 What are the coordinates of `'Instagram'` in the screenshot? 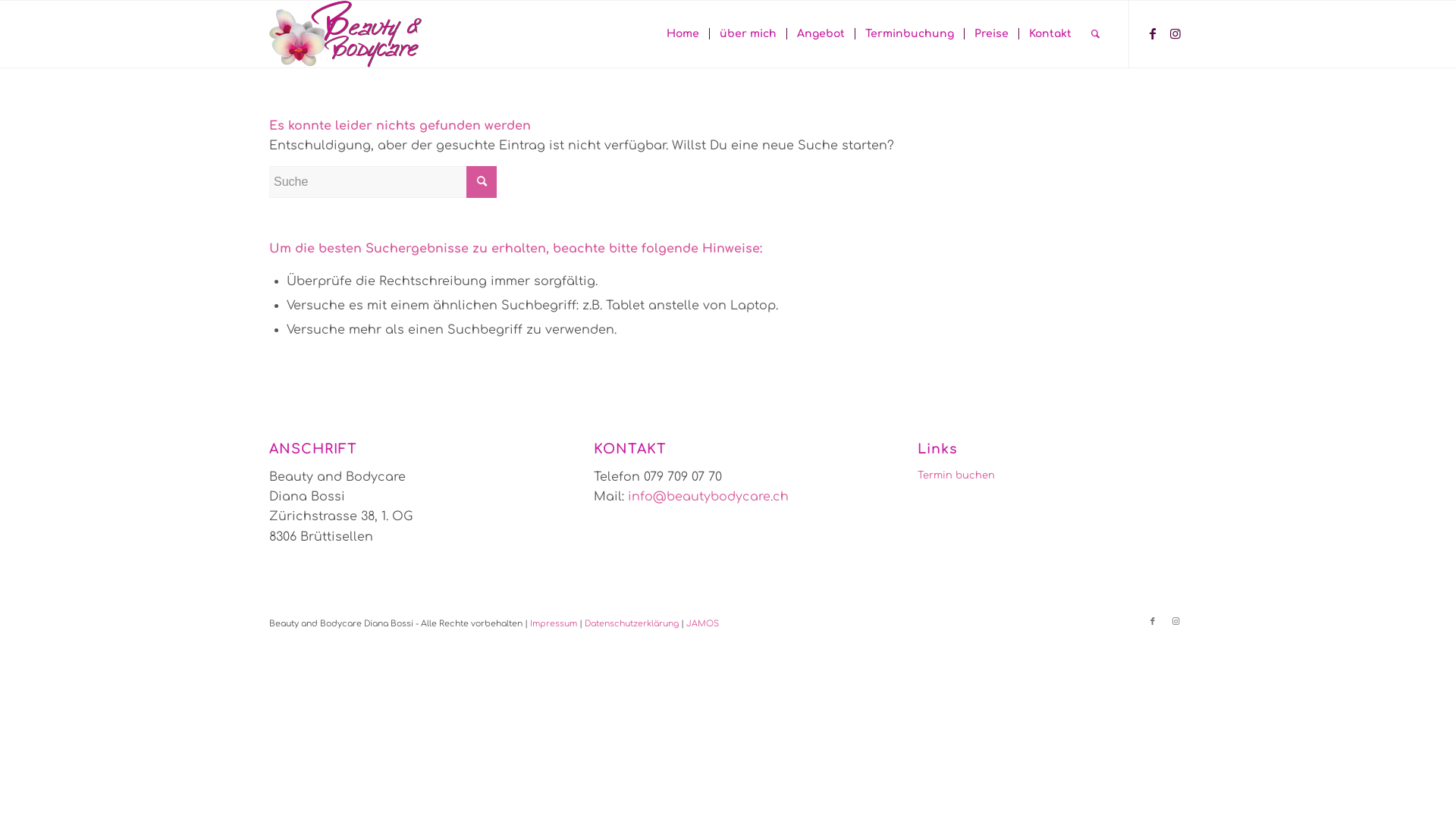 It's located at (1163, 622).